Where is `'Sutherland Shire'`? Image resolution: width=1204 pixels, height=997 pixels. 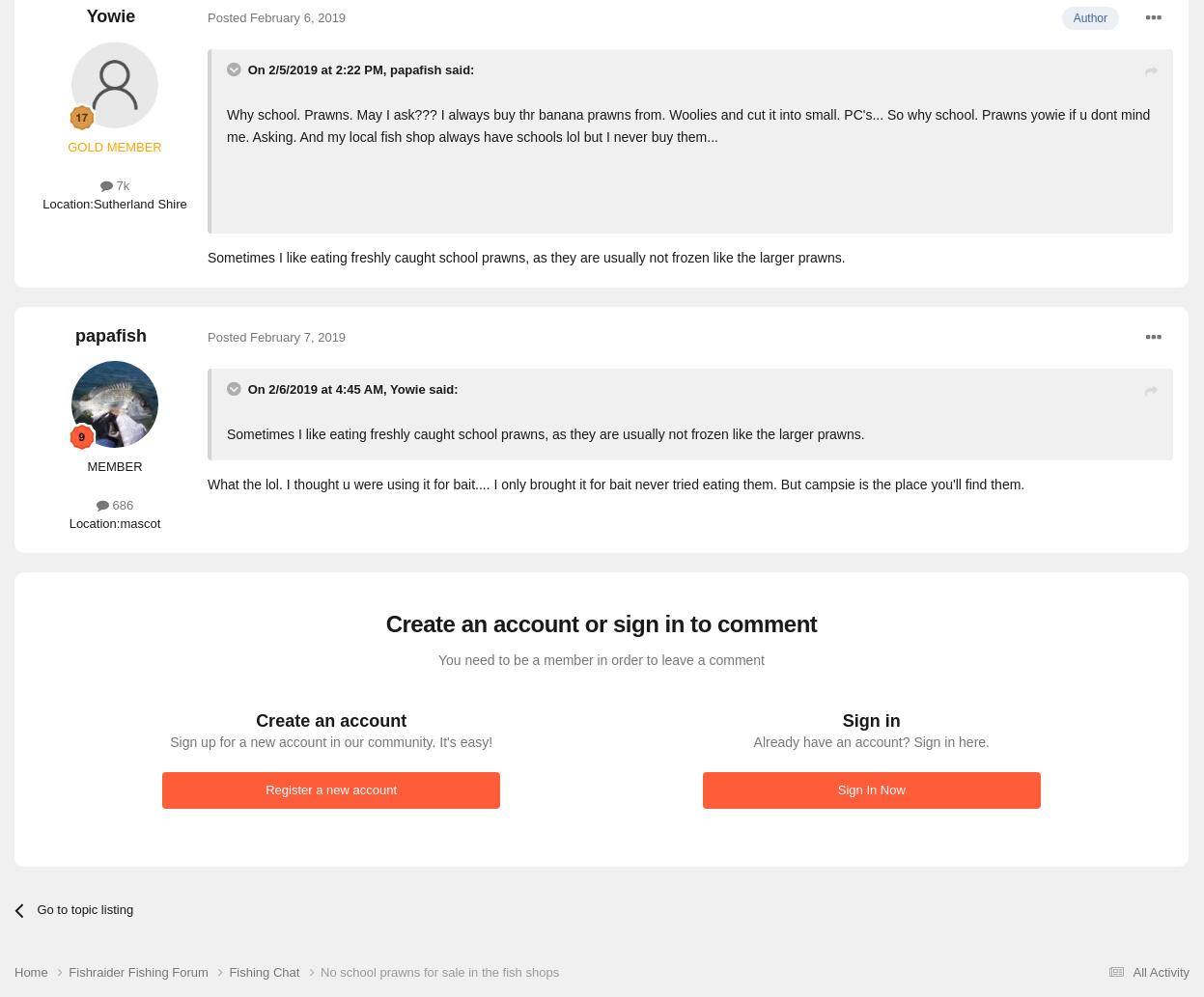
'Sutherland Shire' is located at coordinates (93, 203).